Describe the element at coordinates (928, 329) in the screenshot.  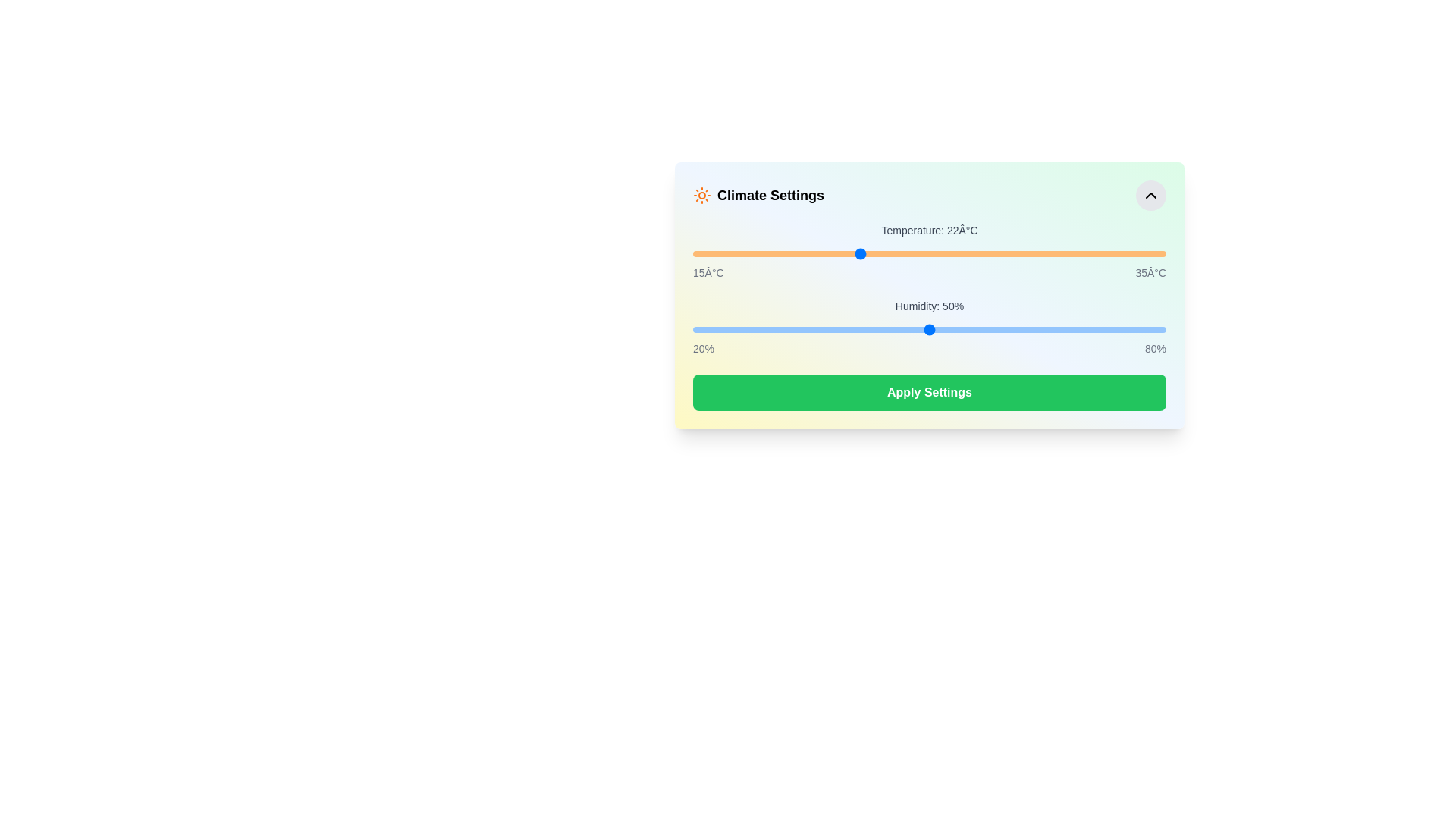
I see `the Range slider, which is a horizontal slider with a blue theme located below the text 'Humidity: 50%' and above the labels '20%' and '80%'` at that location.